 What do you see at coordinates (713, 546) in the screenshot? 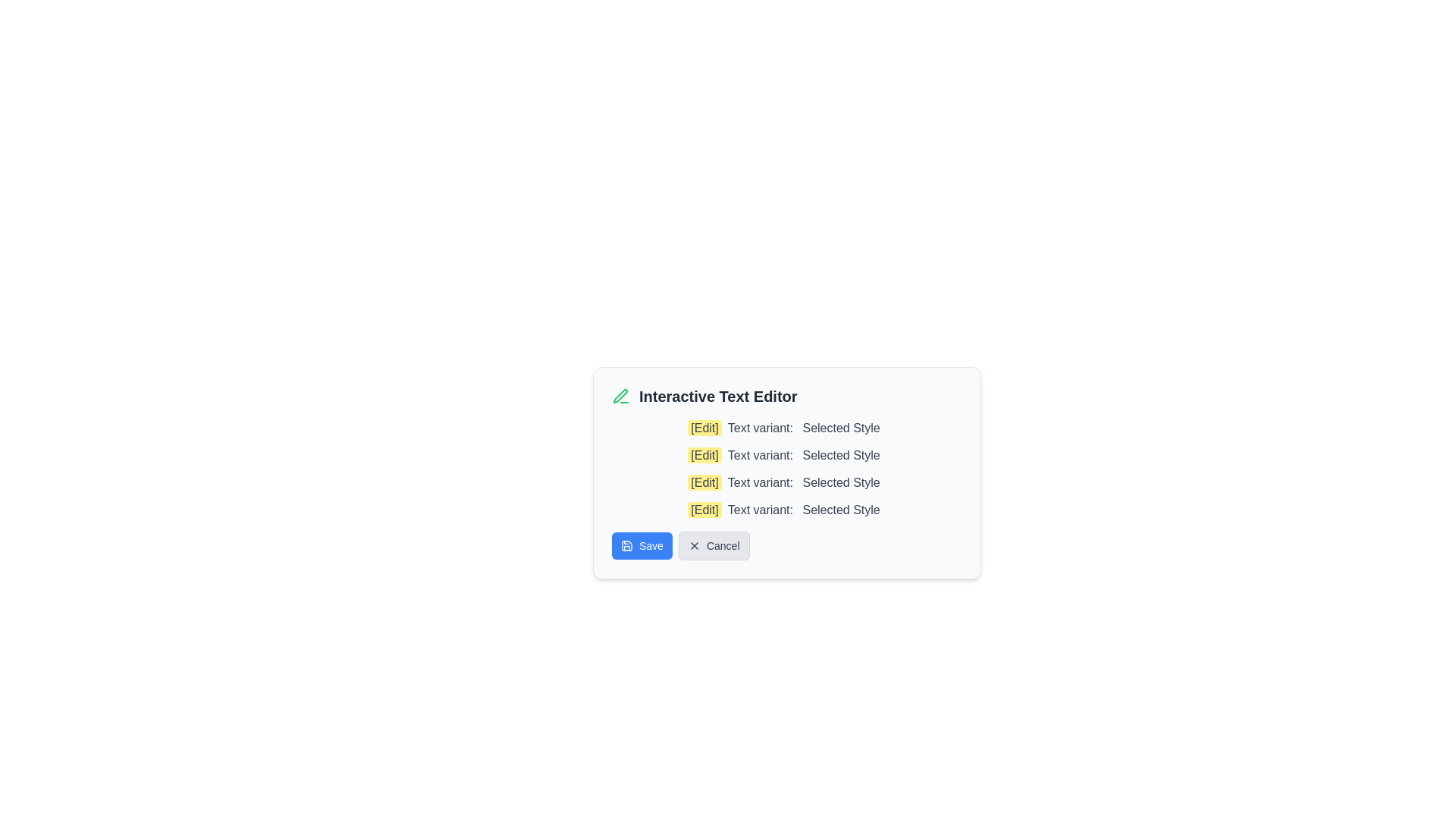
I see `the 'Cancel' button, which is a rectangular button with rounded corners containing a small 'X' icon and the text 'Cancel', located at the bottom of the 'Interactive Text Editor' panel` at bounding box center [713, 546].